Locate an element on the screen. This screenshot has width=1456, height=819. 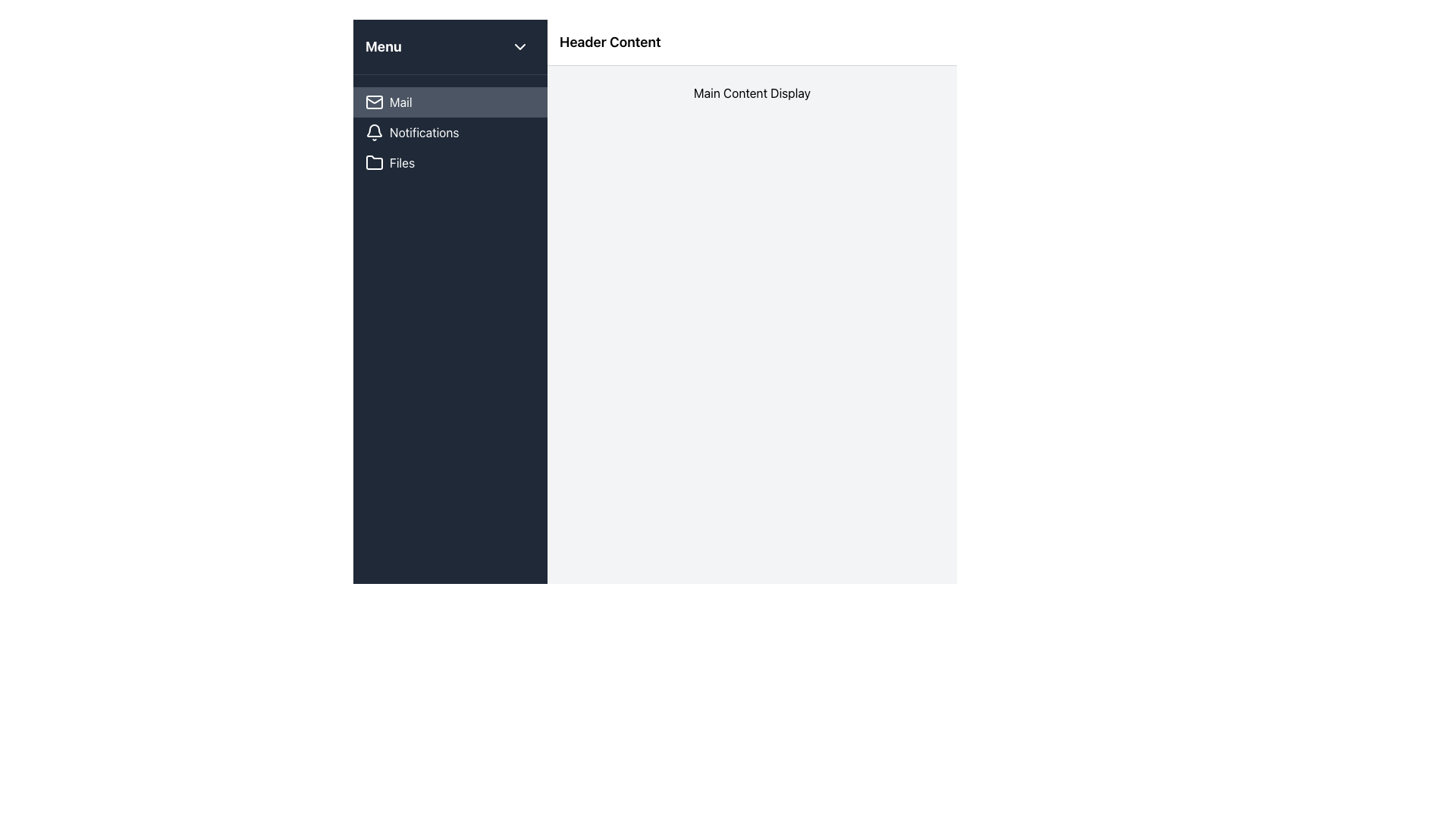
the static text element displaying 'Menu' in bold and large font located at the top-left corner of the dark background header section is located at coordinates (383, 45).